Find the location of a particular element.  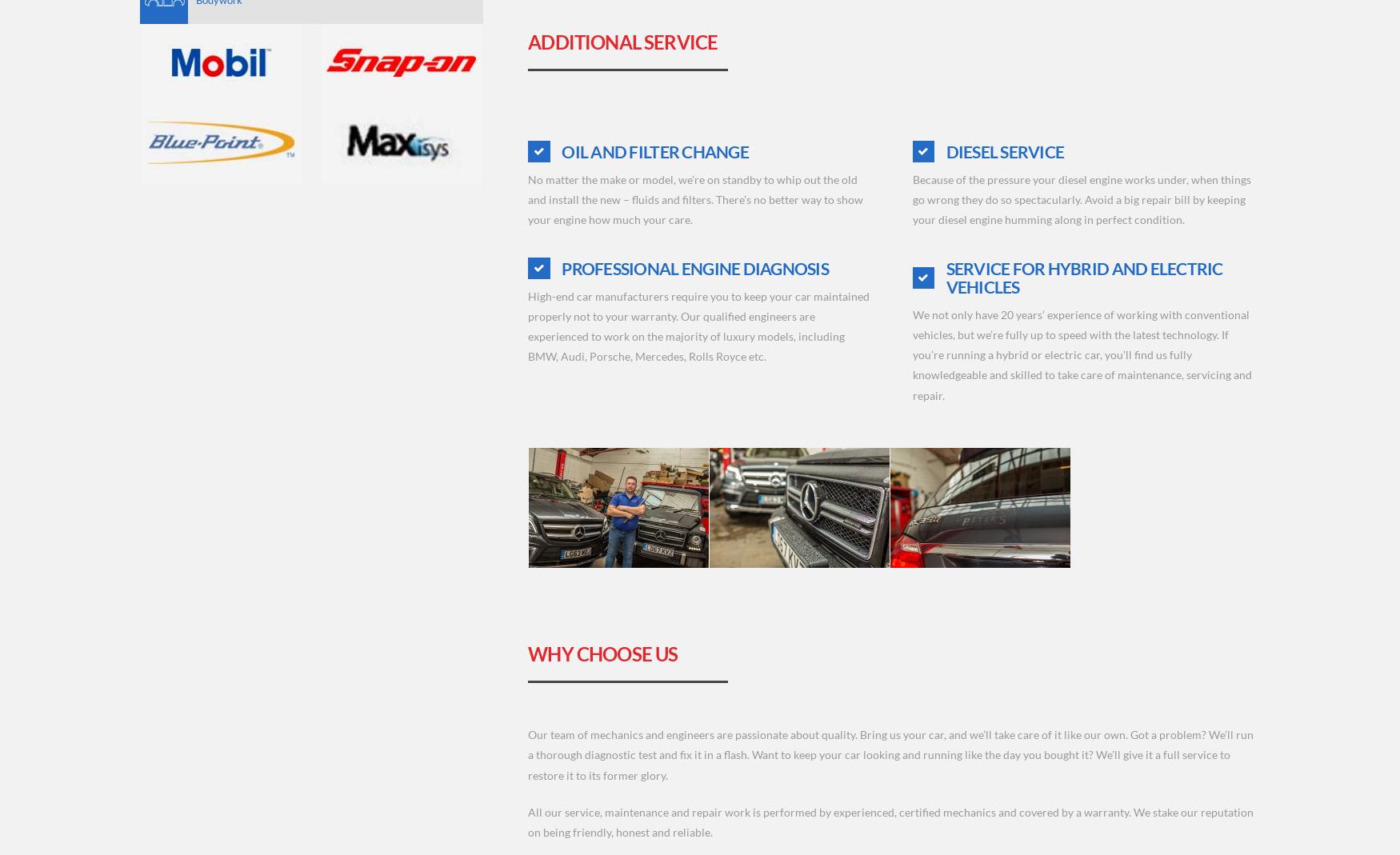

'Additional Service' is located at coordinates (622, 41).